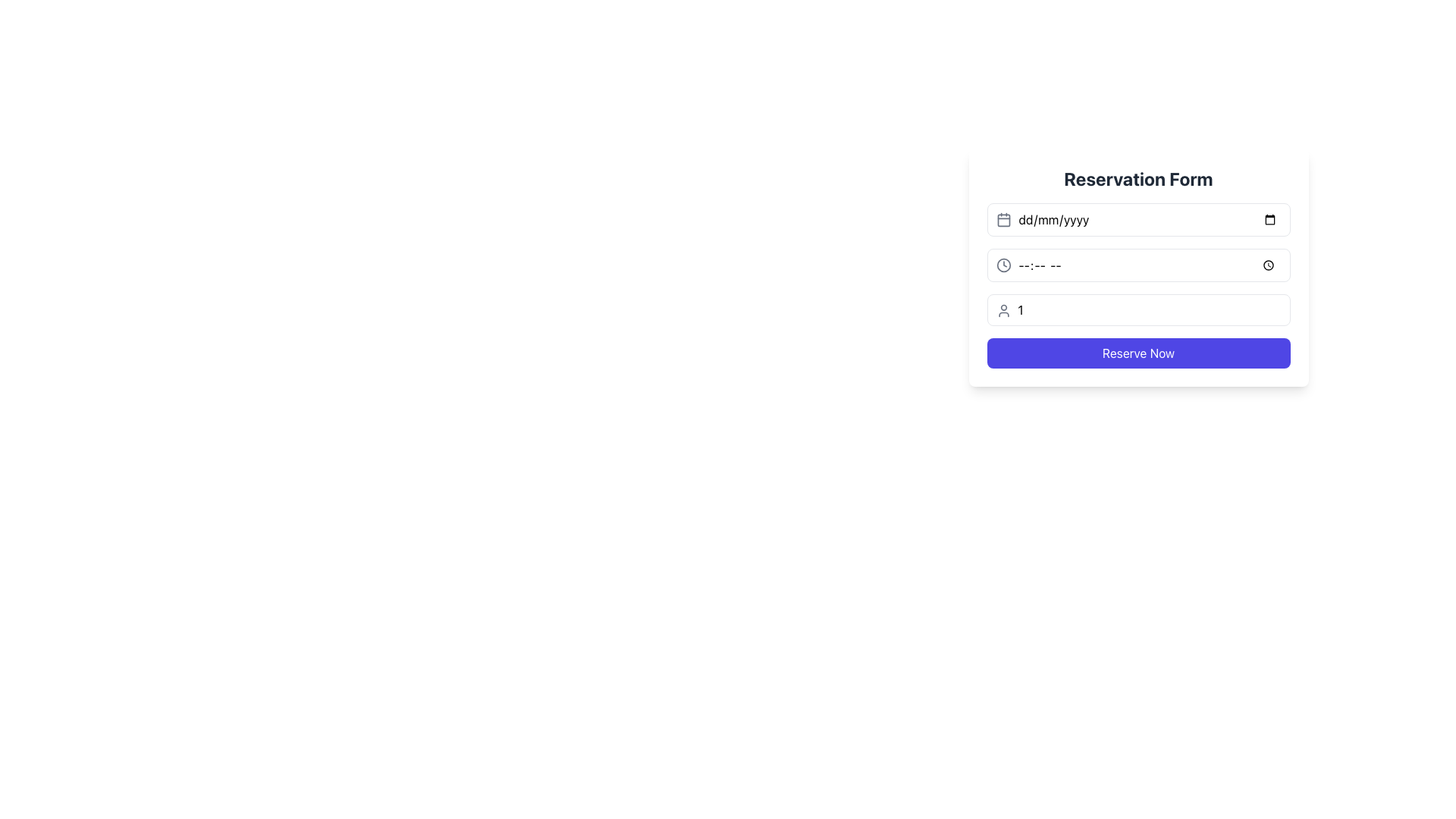 Image resolution: width=1456 pixels, height=819 pixels. What do you see at coordinates (1003, 309) in the screenshot?
I see `the user icon SVG graphic in outline style, which is gray and serves as a decorative component for the input field labeled '1' in the reservation form interface` at bounding box center [1003, 309].